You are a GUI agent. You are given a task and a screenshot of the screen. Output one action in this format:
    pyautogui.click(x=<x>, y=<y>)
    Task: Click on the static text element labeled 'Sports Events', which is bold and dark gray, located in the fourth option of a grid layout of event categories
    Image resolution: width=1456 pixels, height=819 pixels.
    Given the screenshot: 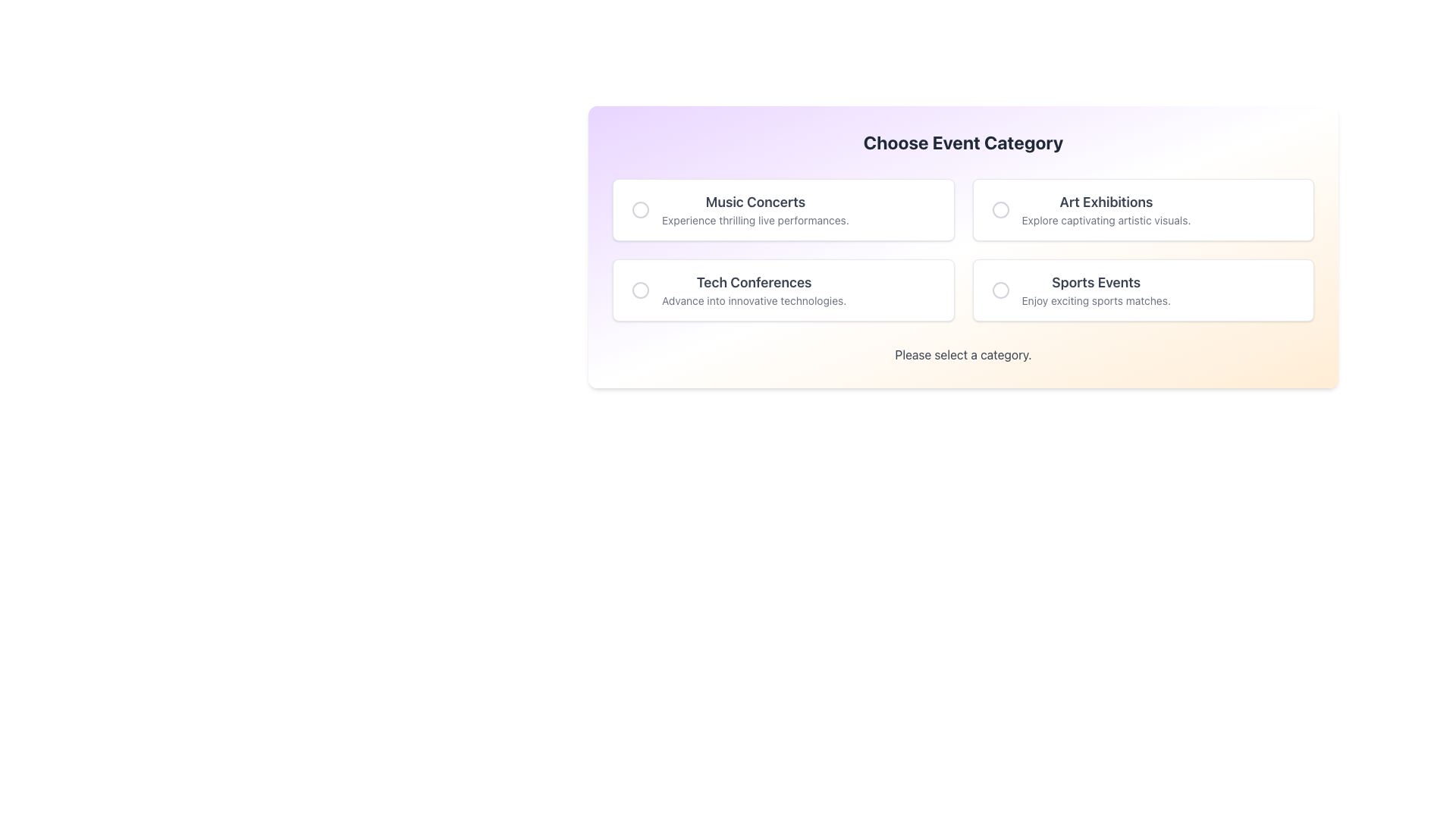 What is the action you would take?
    pyautogui.click(x=1096, y=283)
    